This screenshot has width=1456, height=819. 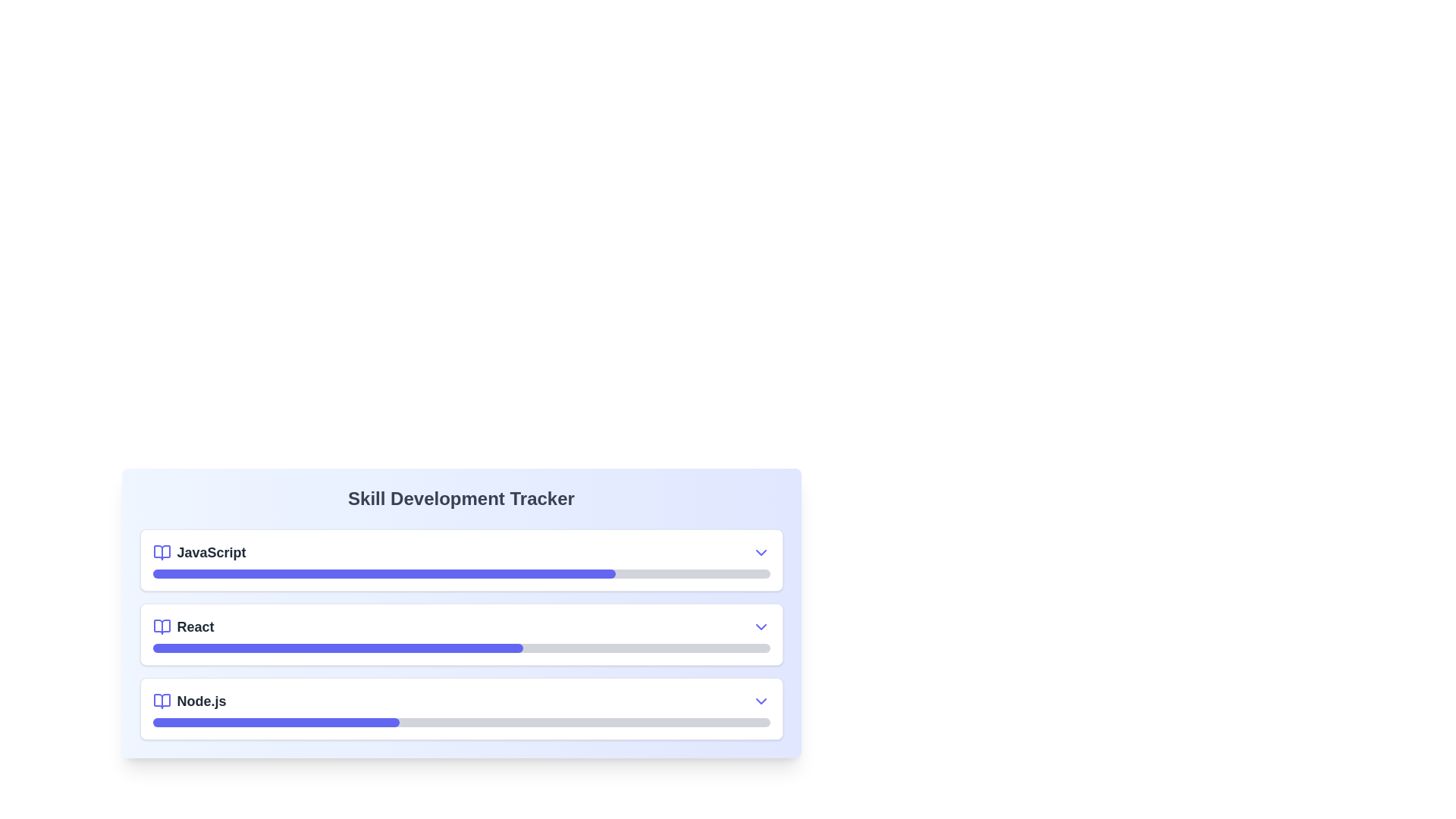 What do you see at coordinates (188, 701) in the screenshot?
I see `the 'Node.js' text label which is positioned to the right of a small book icon and is the third item in a vertical stacked list` at bounding box center [188, 701].